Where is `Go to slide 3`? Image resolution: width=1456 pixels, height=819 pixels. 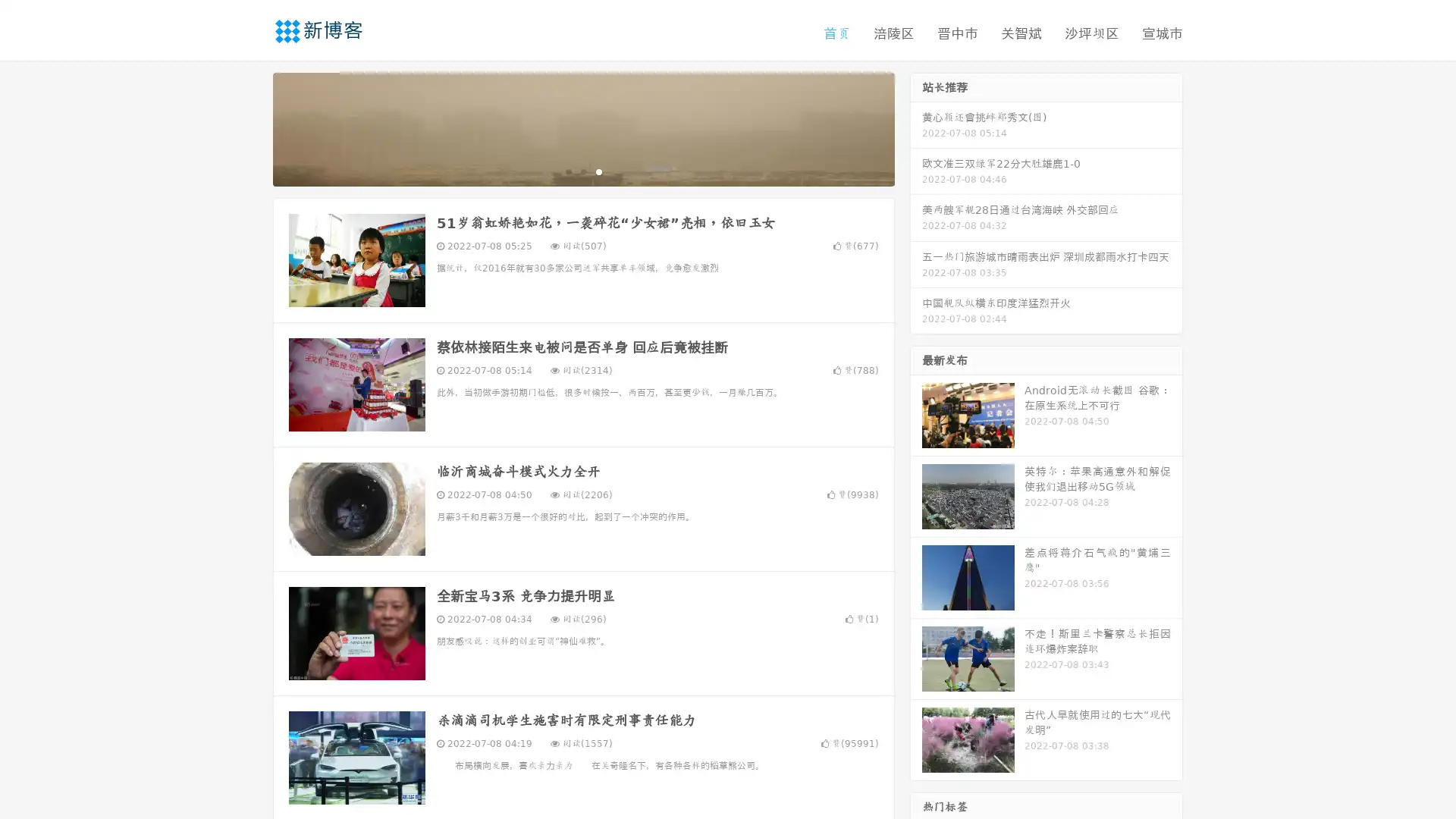 Go to slide 3 is located at coordinates (598, 171).